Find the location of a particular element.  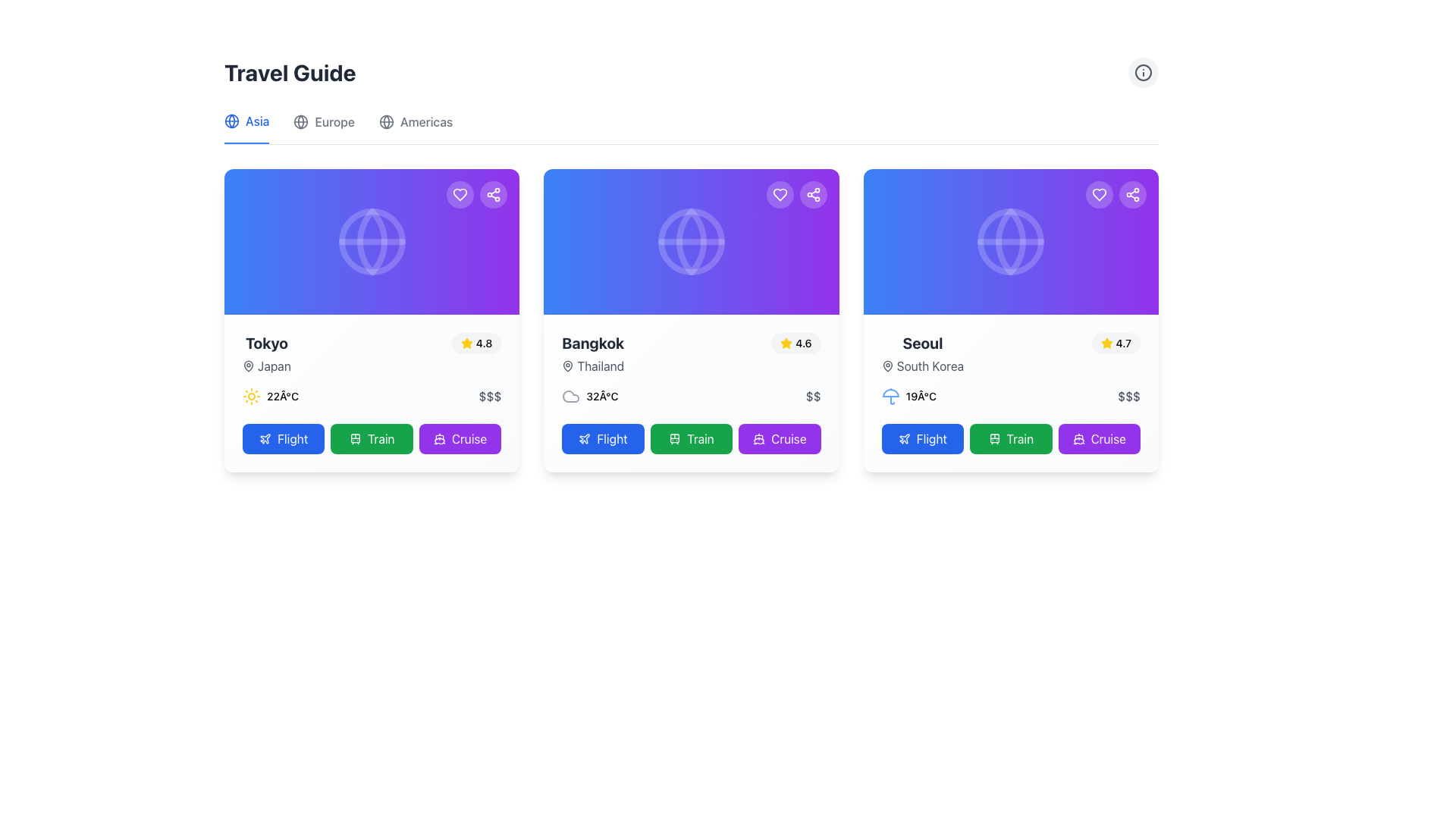

the map pin icon located to the left of the 'South Korea' text in the 'Seoul' section of the third card on the right is located at coordinates (887, 366).